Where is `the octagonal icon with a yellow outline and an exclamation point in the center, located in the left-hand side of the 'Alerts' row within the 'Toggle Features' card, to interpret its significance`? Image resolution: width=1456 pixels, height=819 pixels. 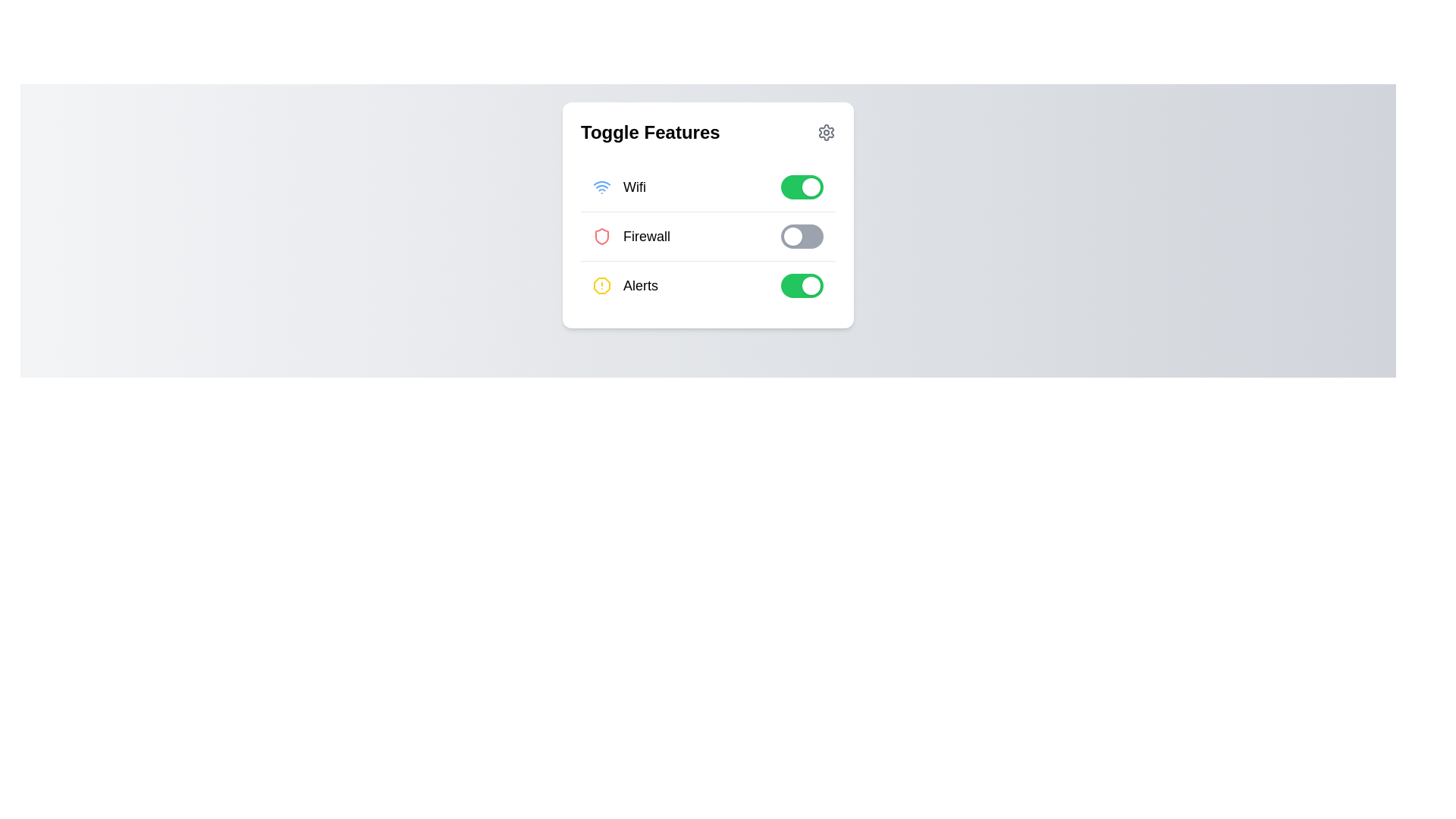 the octagonal icon with a yellow outline and an exclamation point in the center, located in the left-hand side of the 'Alerts' row within the 'Toggle Features' card, to interpret its significance is located at coordinates (601, 286).